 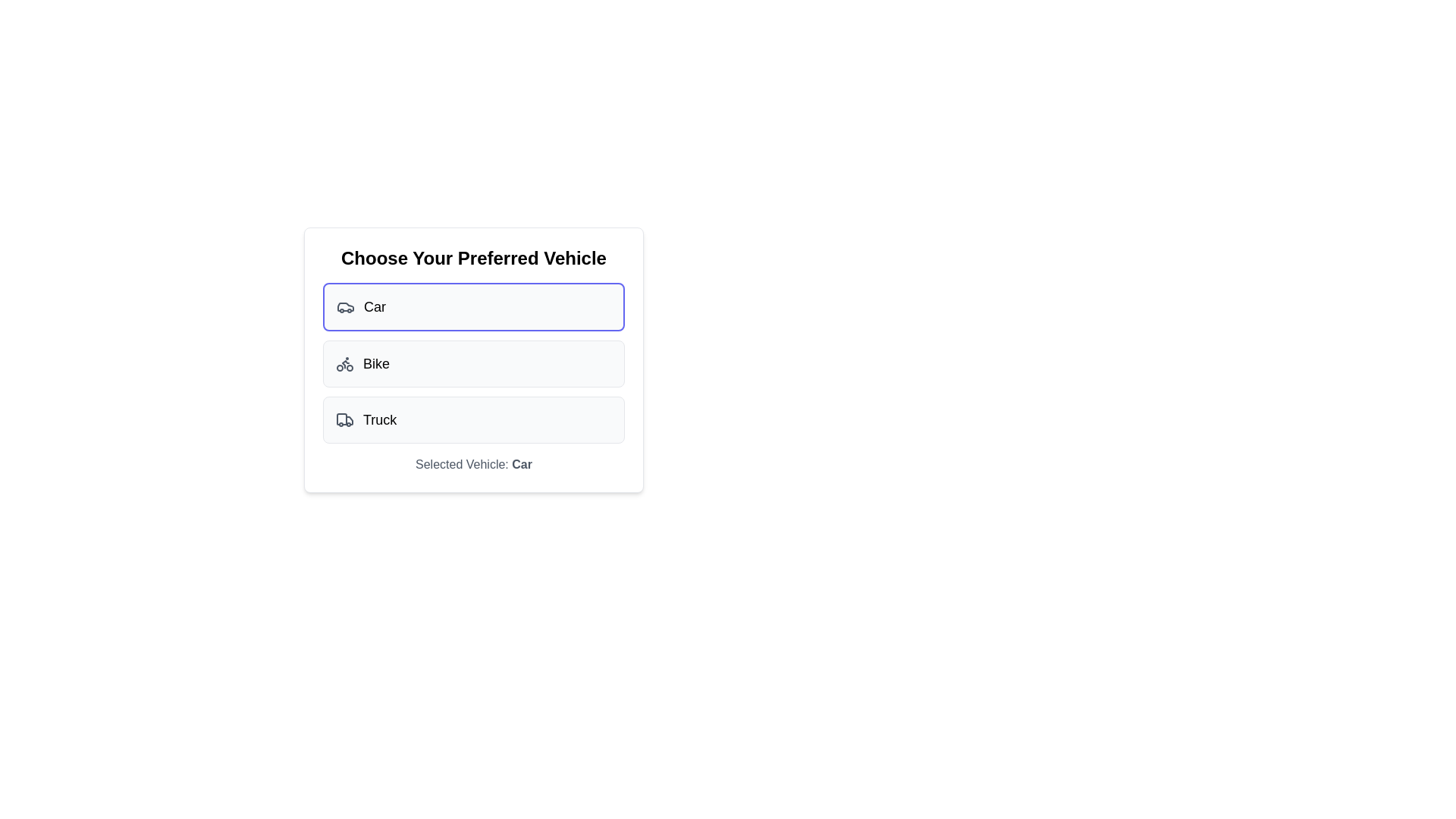 What do you see at coordinates (472, 362) in the screenshot?
I see `the 'Bike' selectable button, which is the second segment in a list of three` at bounding box center [472, 362].